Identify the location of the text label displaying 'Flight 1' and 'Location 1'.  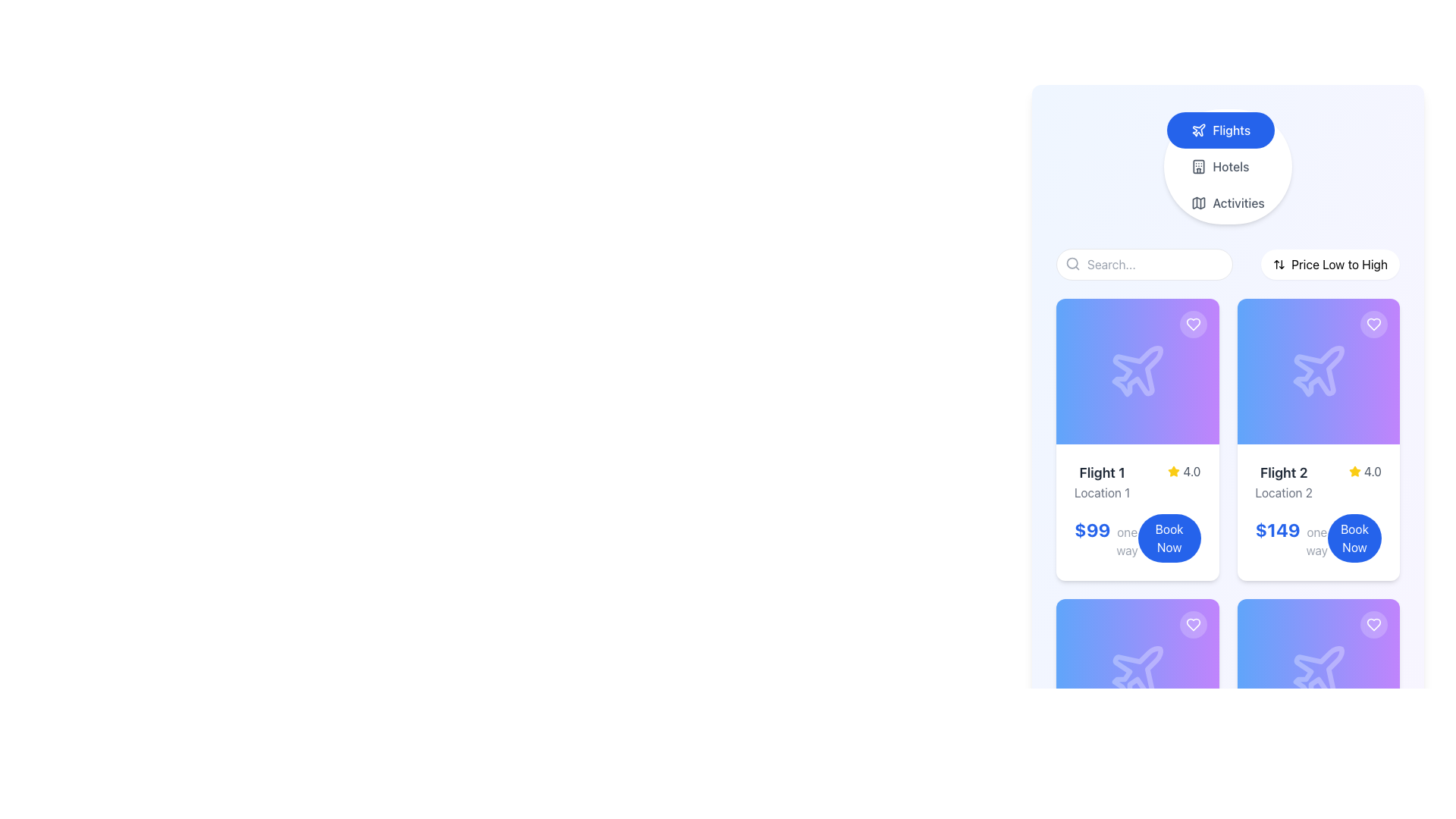
(1102, 482).